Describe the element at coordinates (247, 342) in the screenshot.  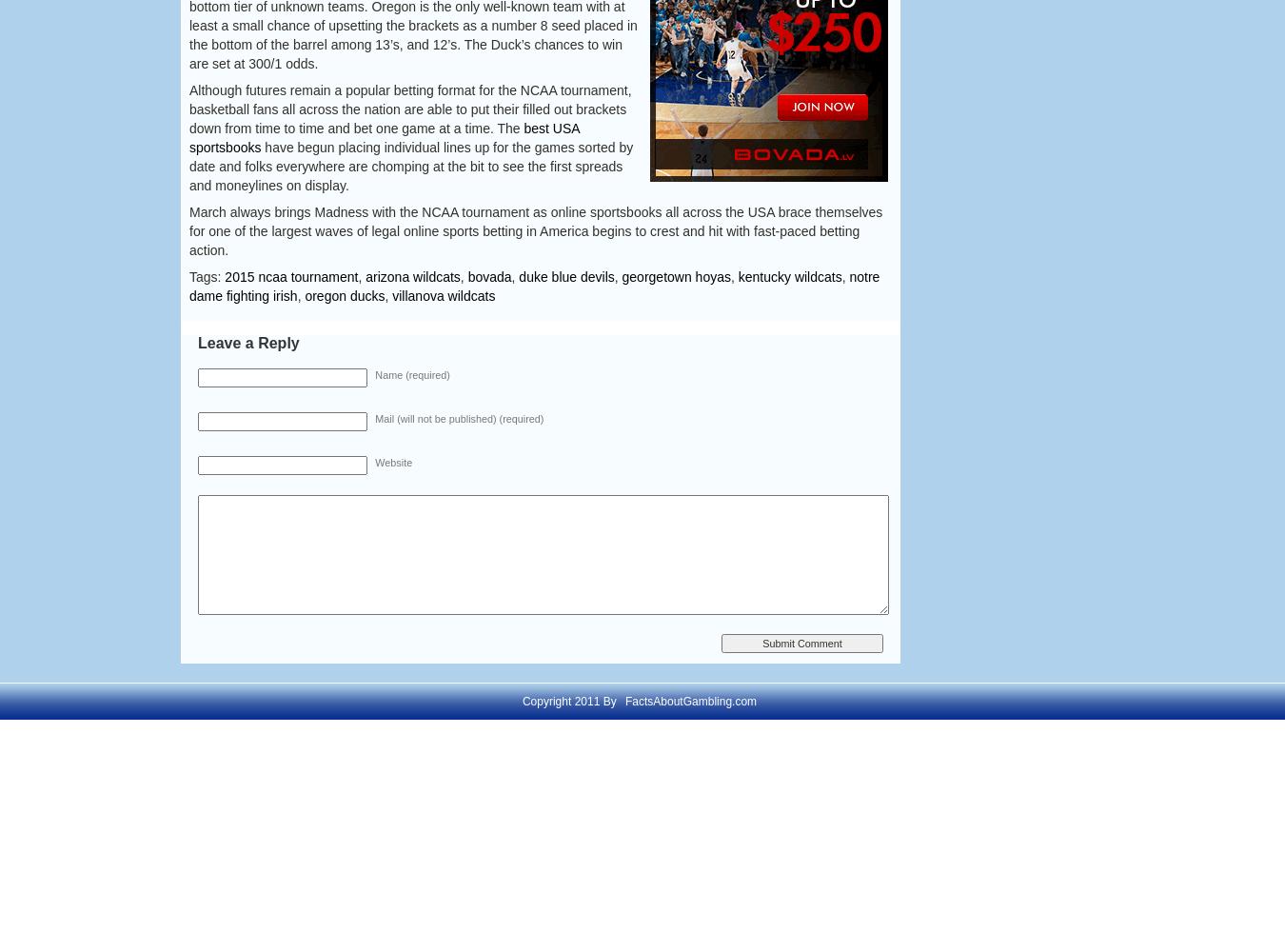
I see `'Leave a Reply'` at that location.